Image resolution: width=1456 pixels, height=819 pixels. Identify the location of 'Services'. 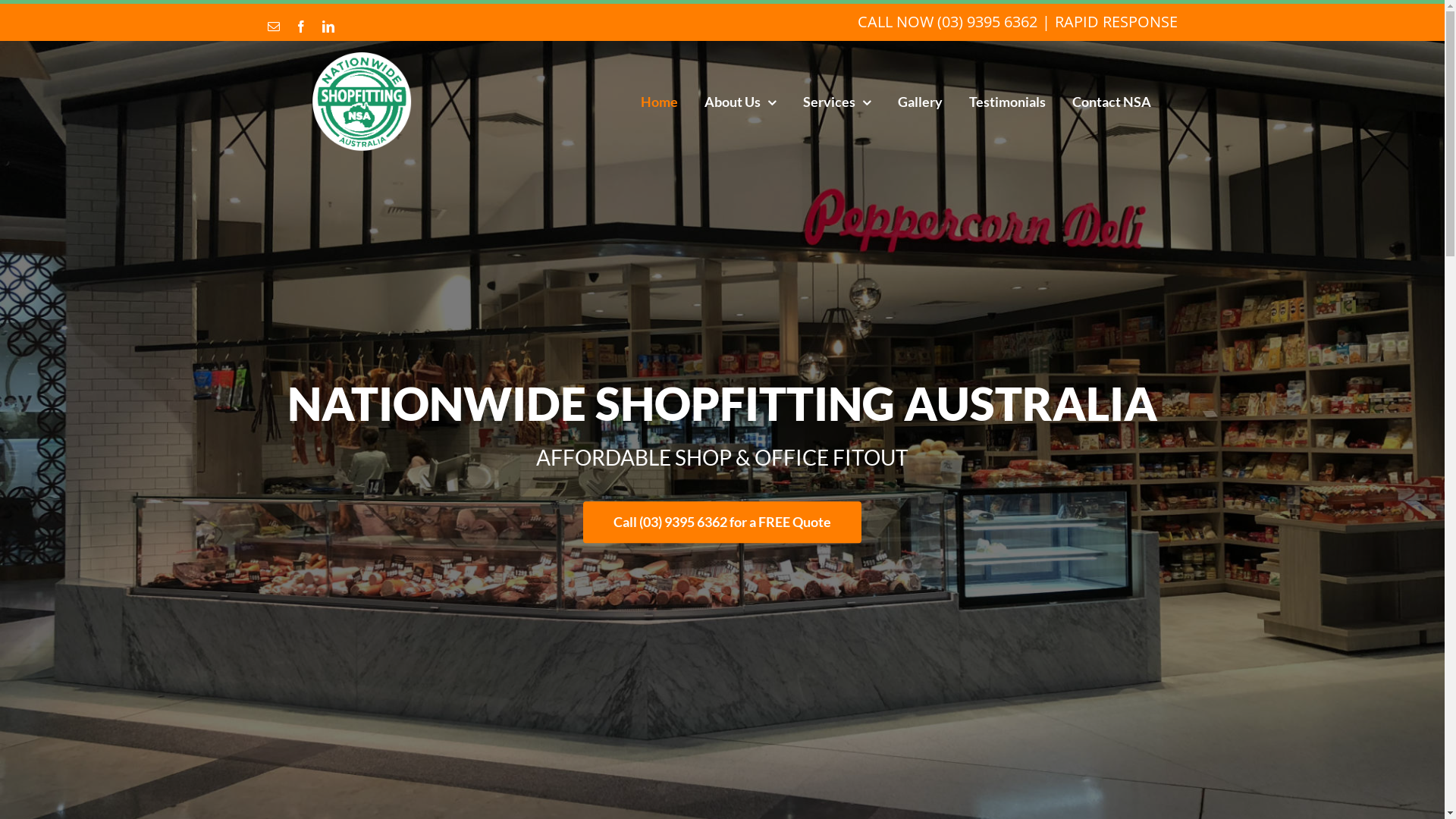
(836, 102).